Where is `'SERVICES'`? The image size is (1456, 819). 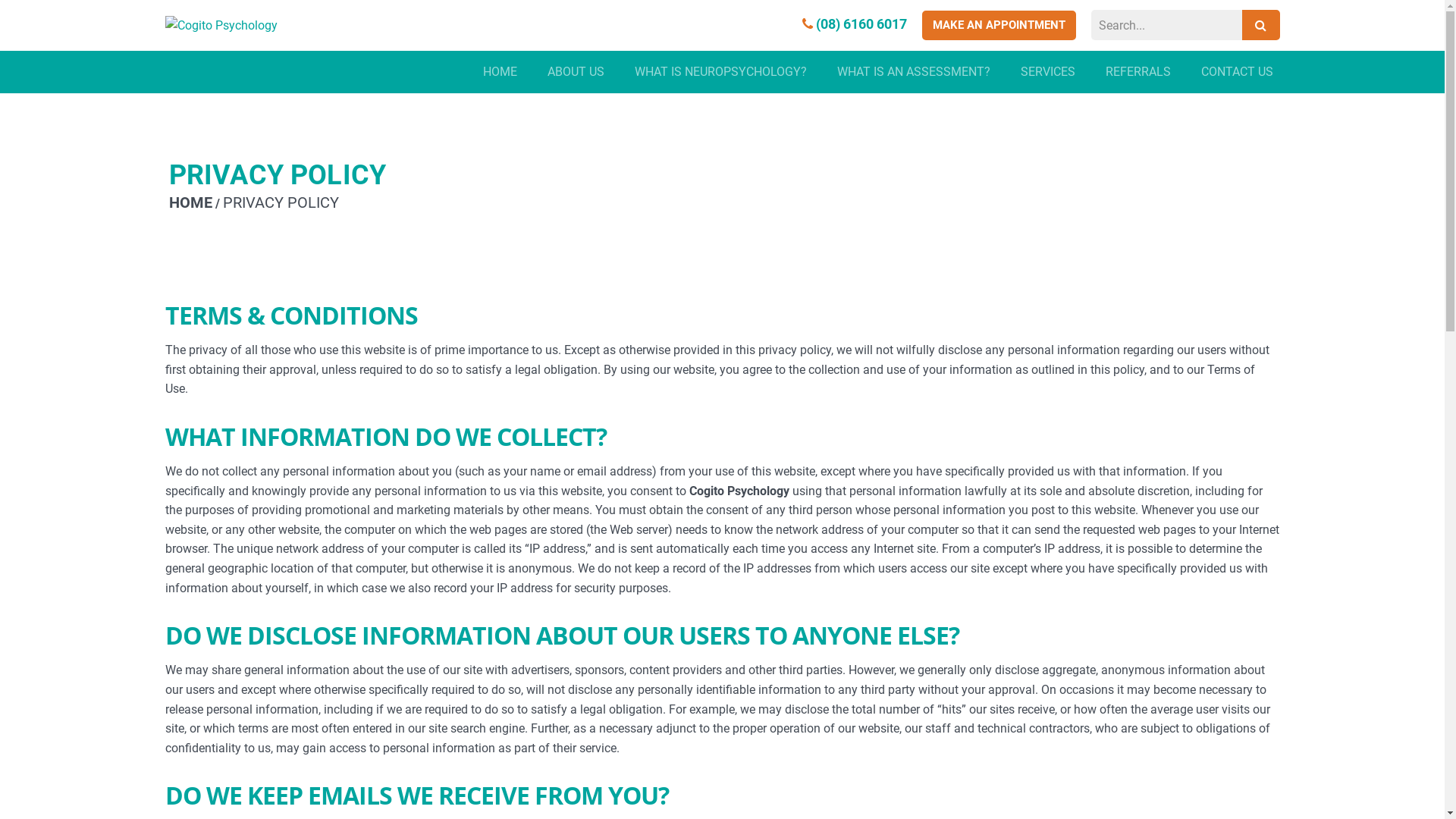 'SERVICES' is located at coordinates (1047, 72).